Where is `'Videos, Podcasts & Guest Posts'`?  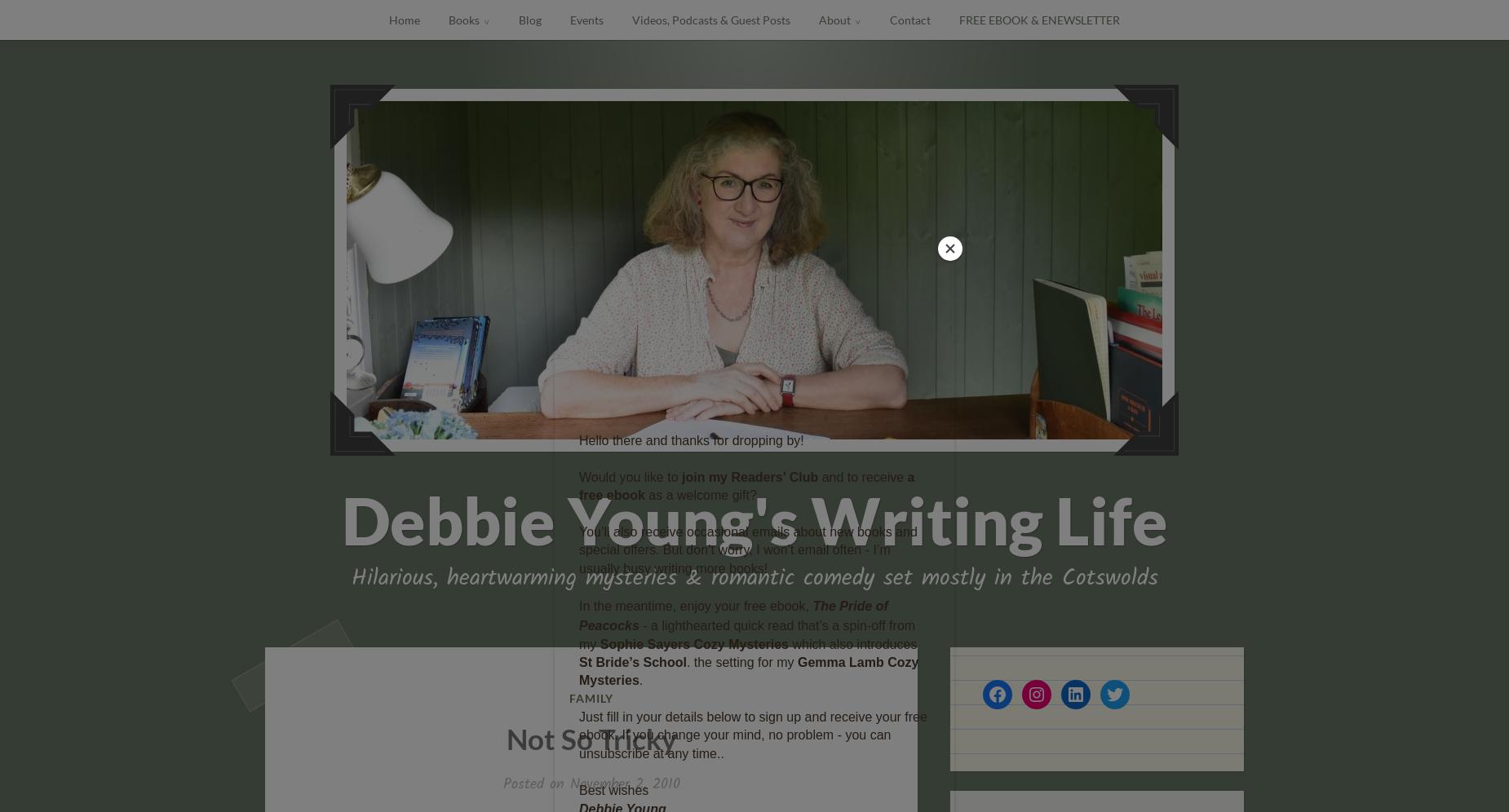
'Videos, Podcasts & Guest Posts' is located at coordinates (631, 20).